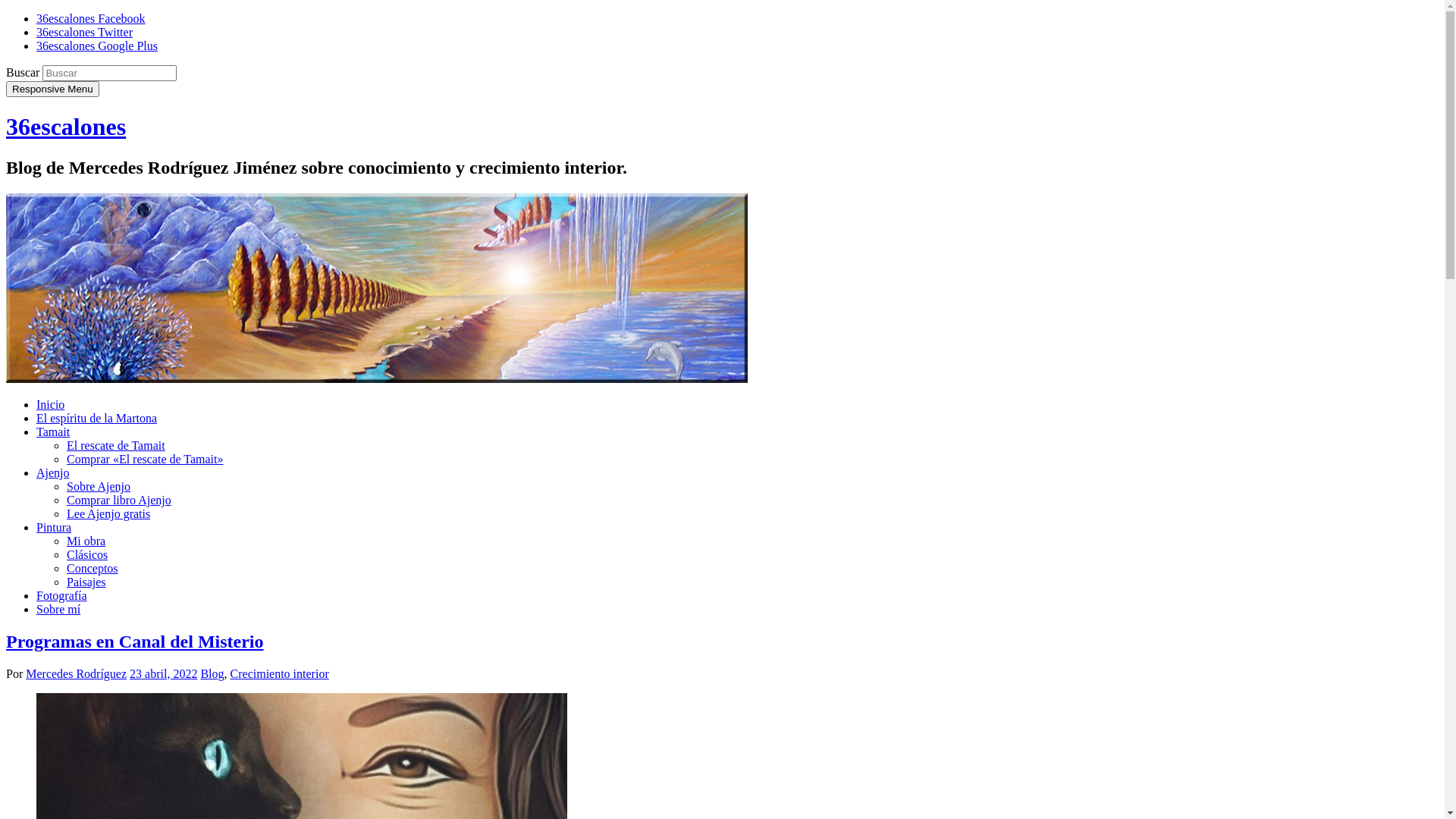 This screenshot has width=1456, height=819. Describe the element at coordinates (65, 513) in the screenshot. I see `'Lee Ajenjo gratis'` at that location.